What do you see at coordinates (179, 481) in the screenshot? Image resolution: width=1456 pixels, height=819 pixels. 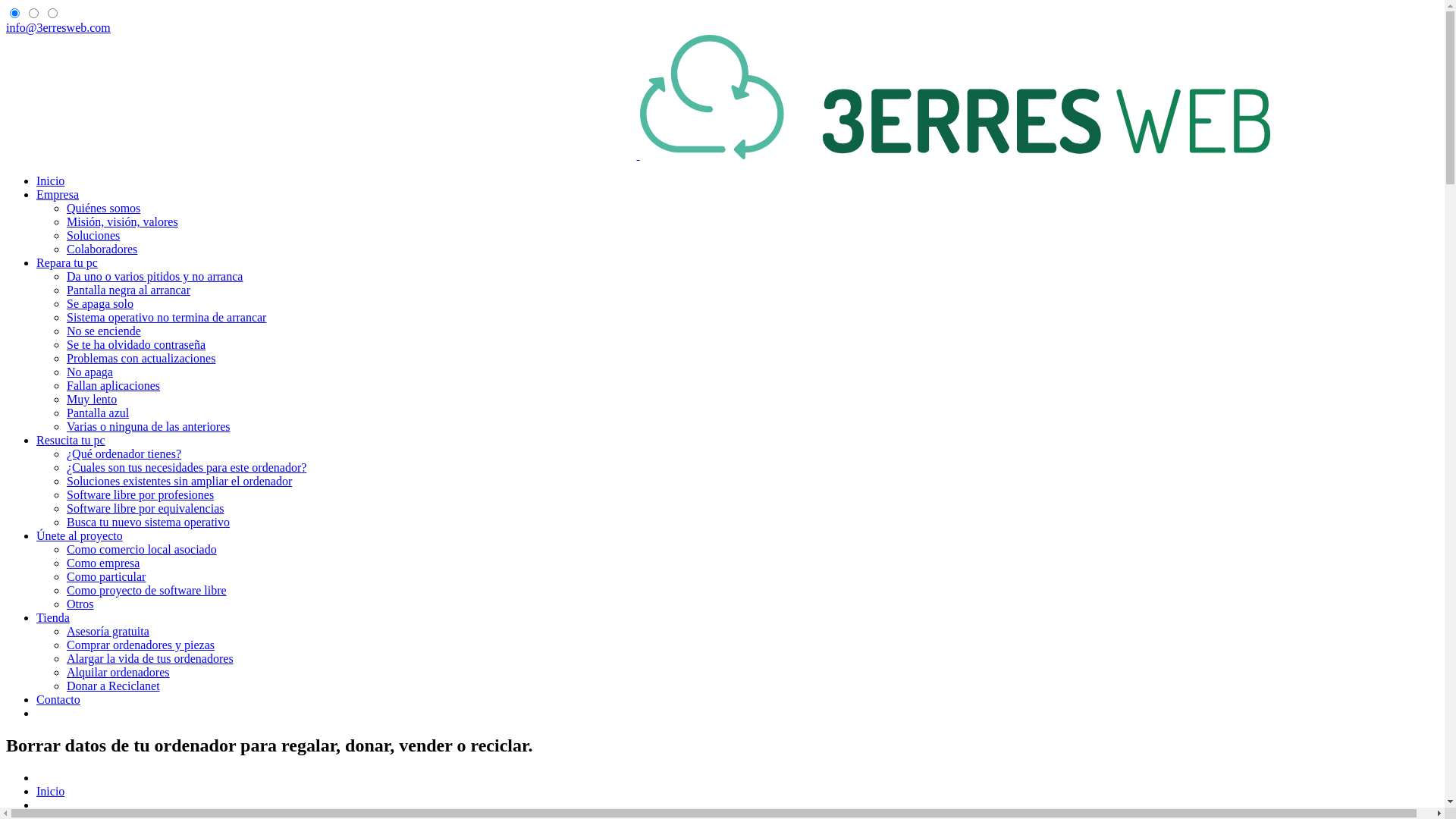 I see `'Soluciones existentes sin ampliar el ordenador'` at bounding box center [179, 481].